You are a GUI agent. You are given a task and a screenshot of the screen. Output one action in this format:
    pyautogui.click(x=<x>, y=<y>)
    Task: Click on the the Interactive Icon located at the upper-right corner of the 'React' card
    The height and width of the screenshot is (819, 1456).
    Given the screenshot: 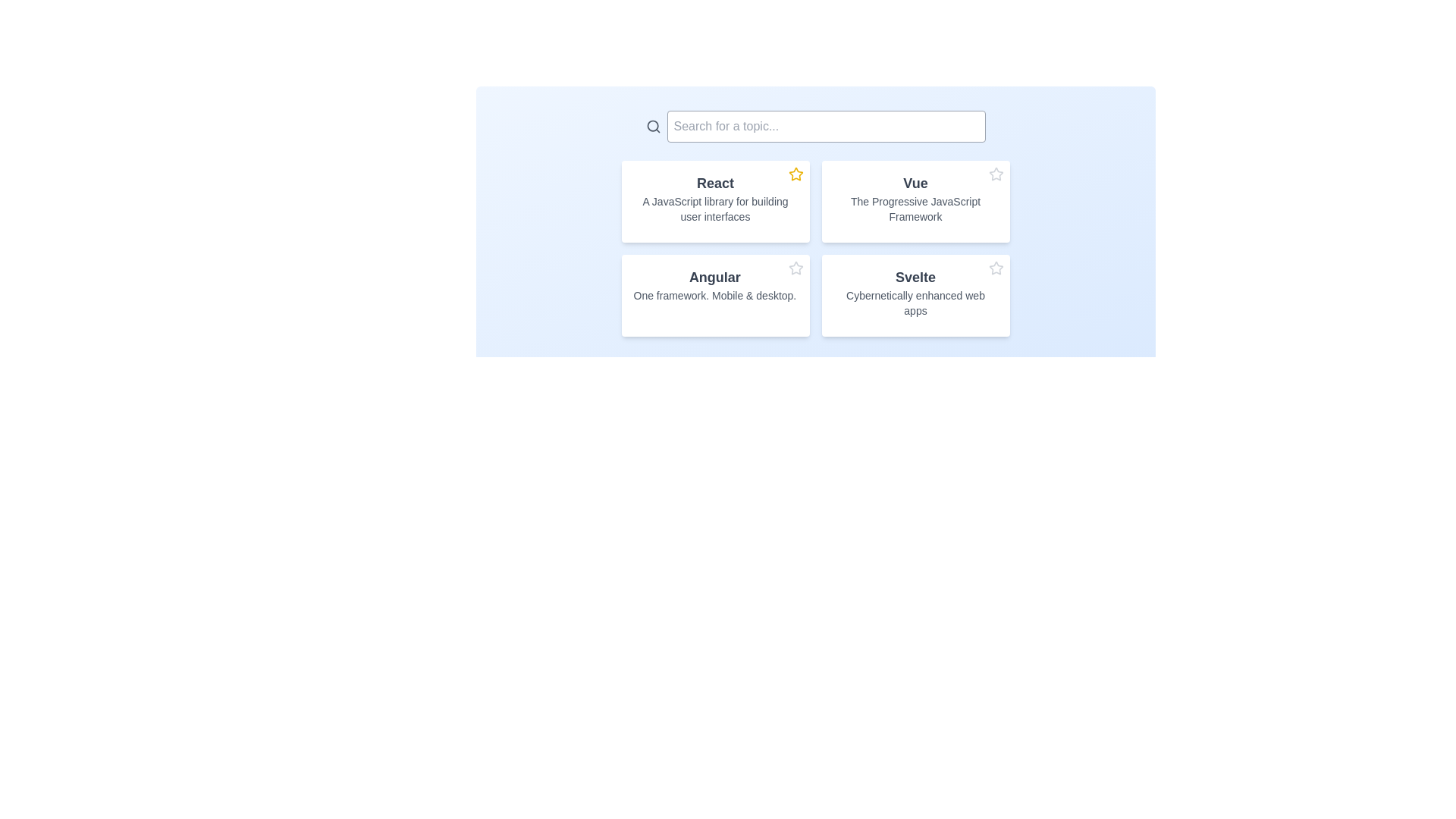 What is the action you would take?
    pyautogui.click(x=795, y=173)
    